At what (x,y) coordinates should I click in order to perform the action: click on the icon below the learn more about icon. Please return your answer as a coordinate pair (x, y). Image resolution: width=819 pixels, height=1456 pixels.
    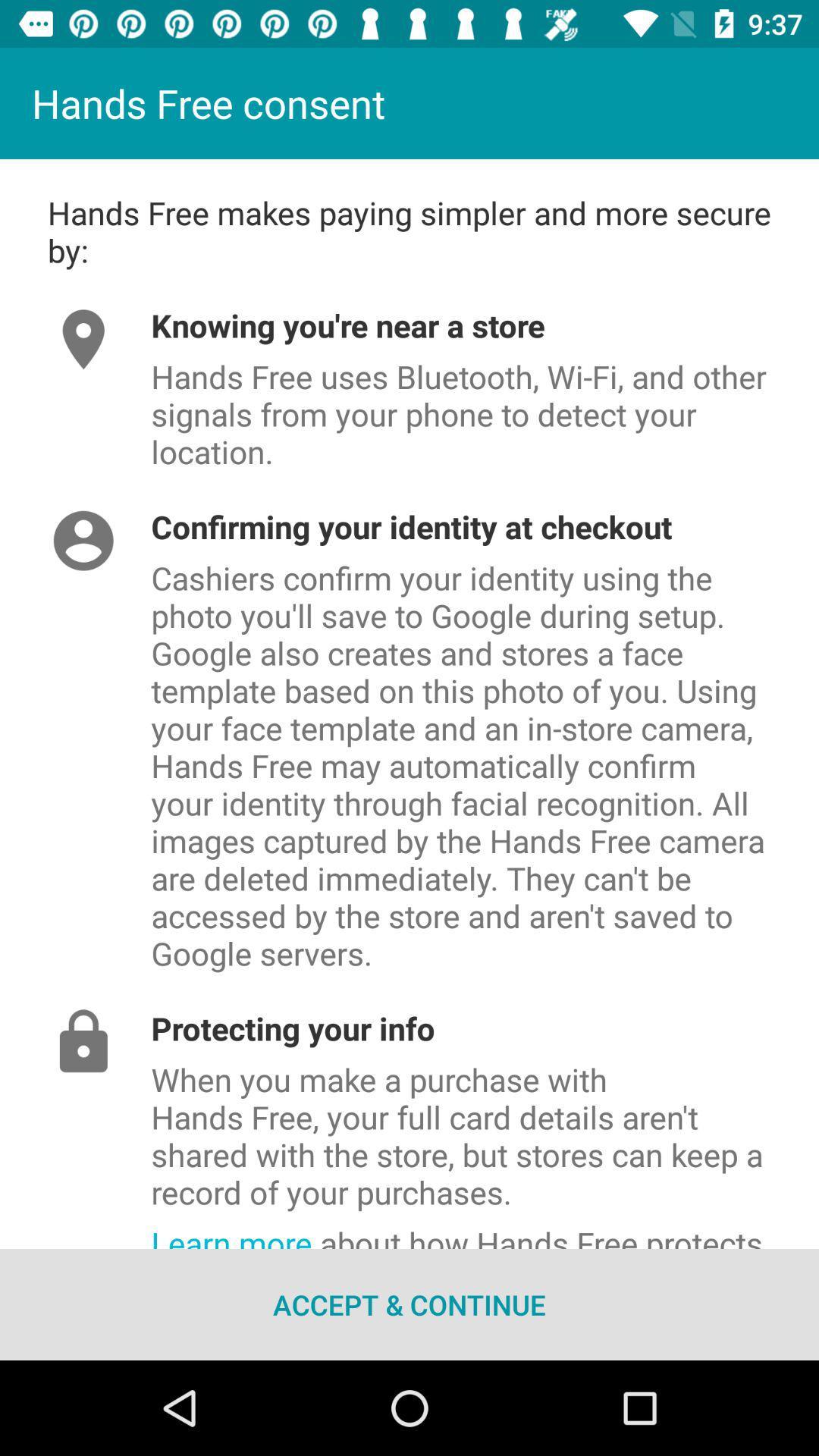
    Looking at the image, I should click on (409, 1304).